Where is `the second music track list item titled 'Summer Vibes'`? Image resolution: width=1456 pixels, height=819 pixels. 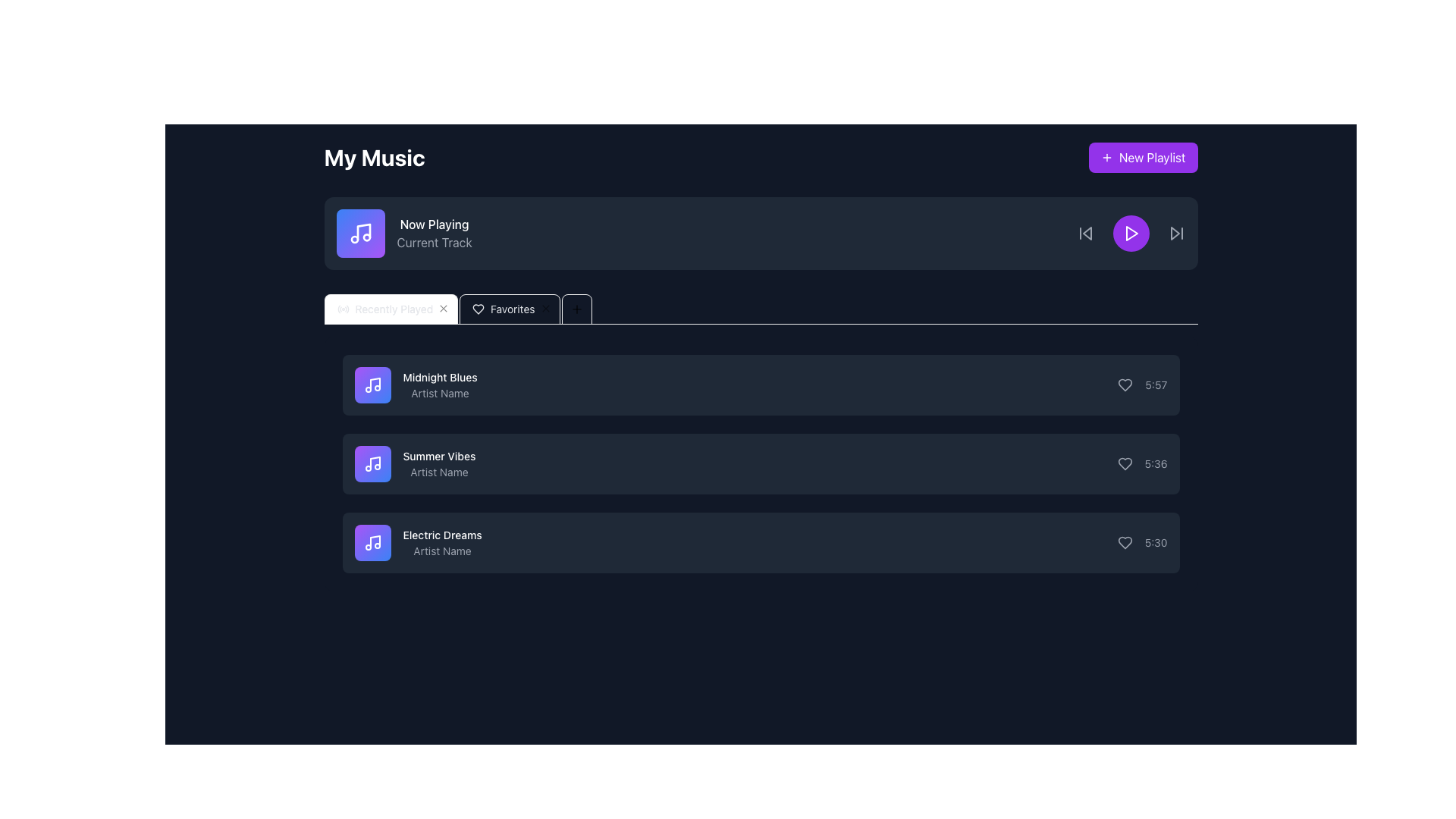
the second music track list item titled 'Summer Vibes' is located at coordinates (761, 463).